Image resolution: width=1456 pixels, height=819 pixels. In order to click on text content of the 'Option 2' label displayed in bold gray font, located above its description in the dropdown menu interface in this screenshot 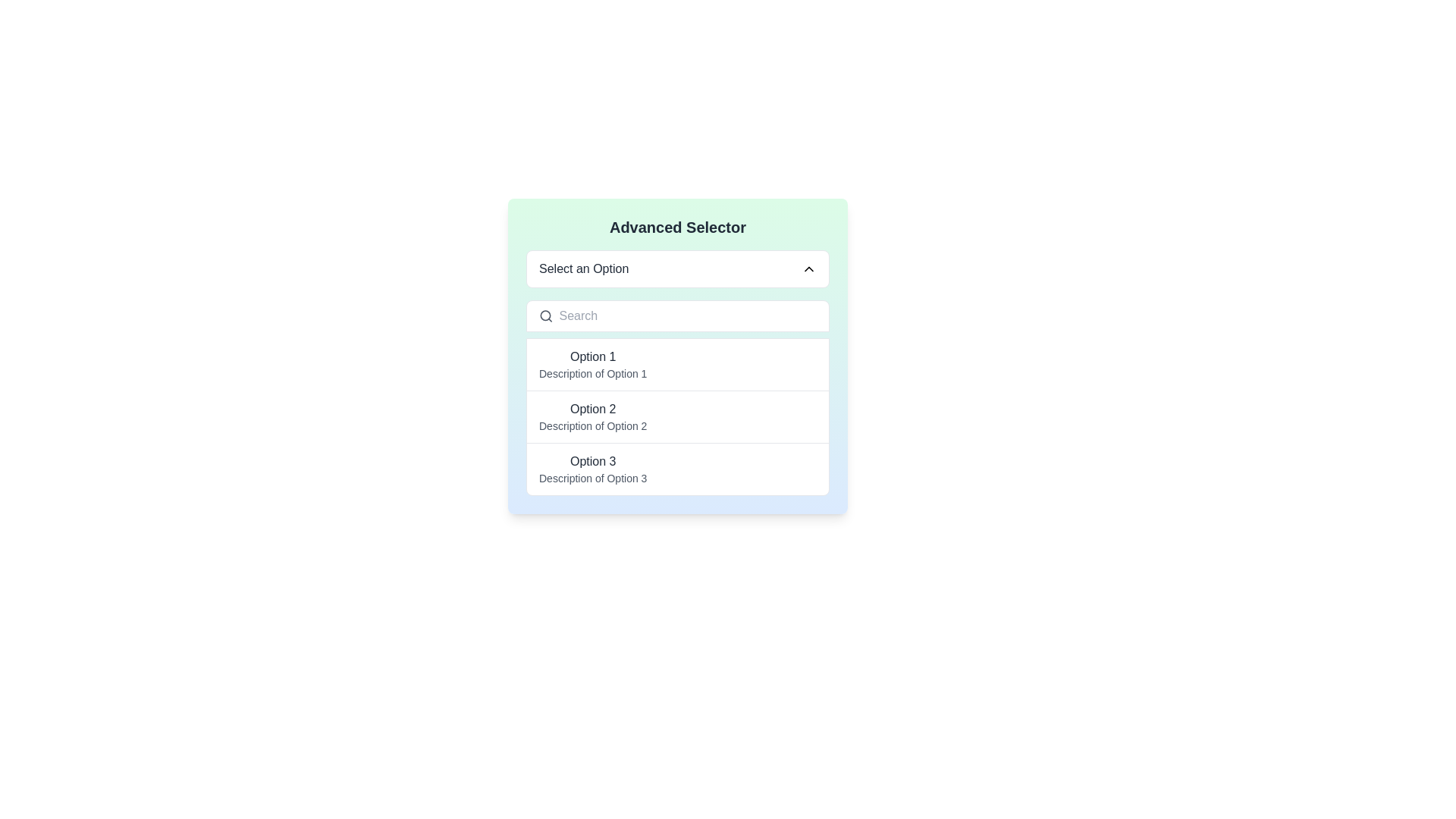, I will do `click(592, 409)`.